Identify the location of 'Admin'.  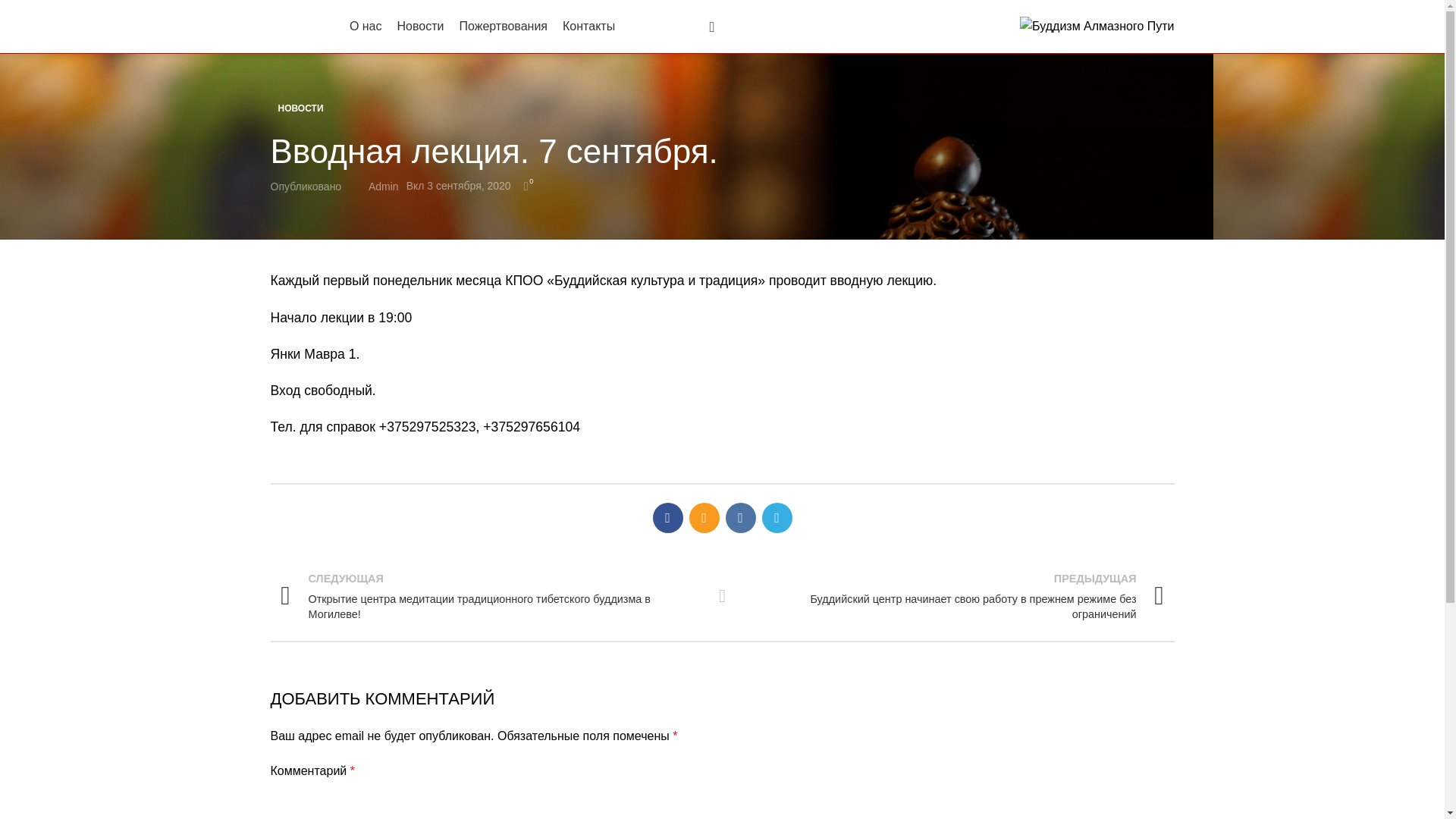
(383, 186).